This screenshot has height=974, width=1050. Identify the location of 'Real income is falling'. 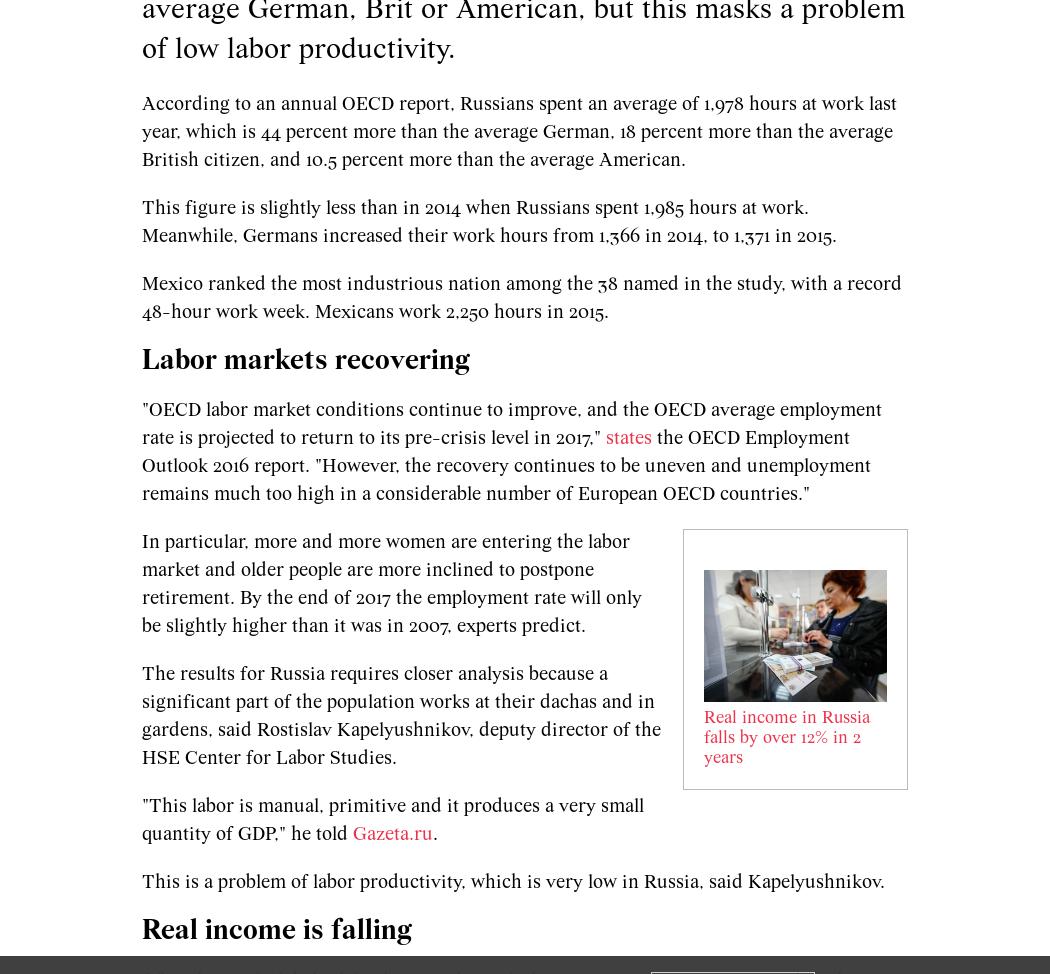
(275, 929).